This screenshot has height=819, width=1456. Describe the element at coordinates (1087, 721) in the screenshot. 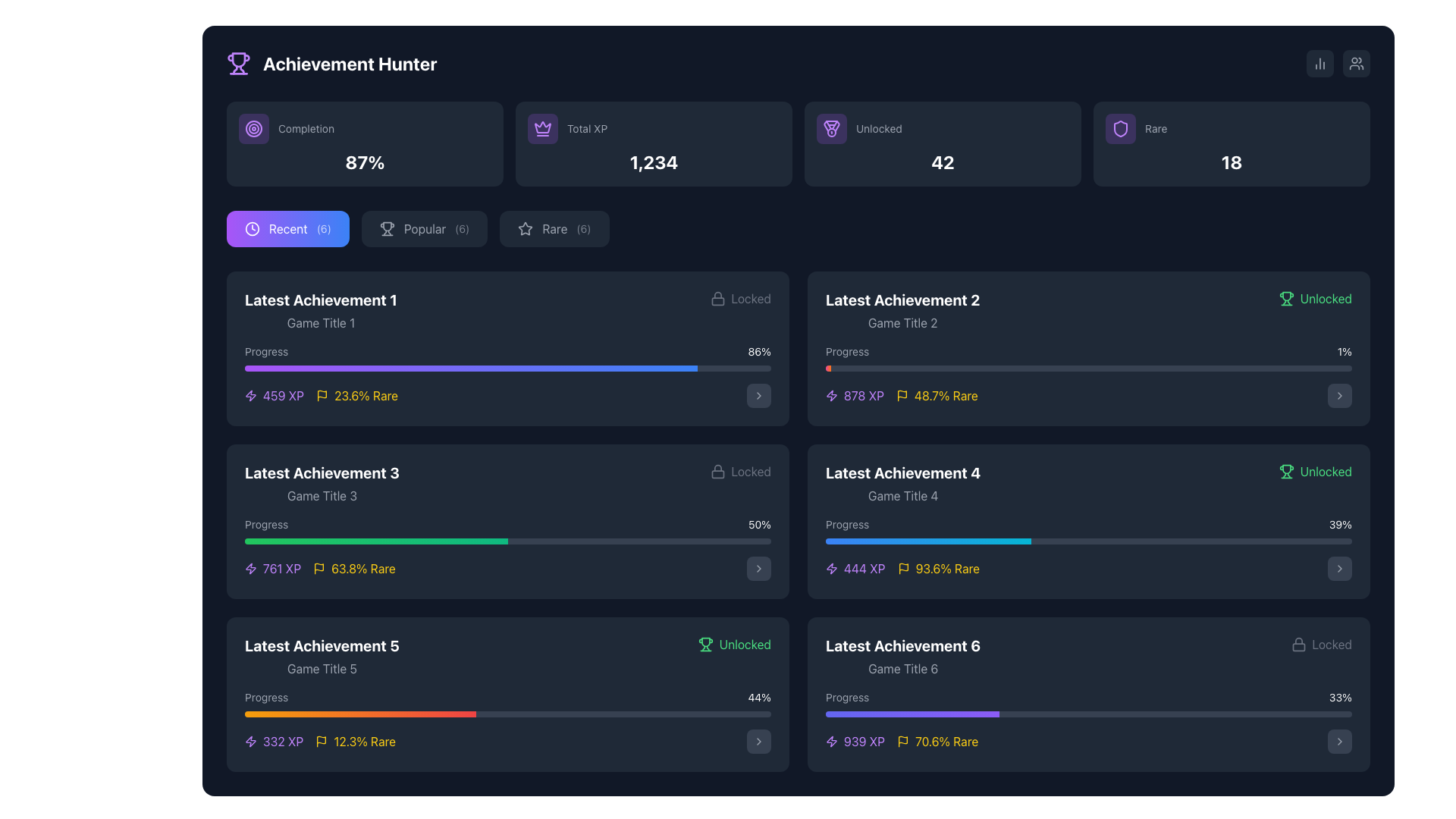

I see `the progress visually on the Progress Bar located in the 'Latest Achievement 6' card, beneath the text 'Progress' and to the left of the arrow button` at that location.